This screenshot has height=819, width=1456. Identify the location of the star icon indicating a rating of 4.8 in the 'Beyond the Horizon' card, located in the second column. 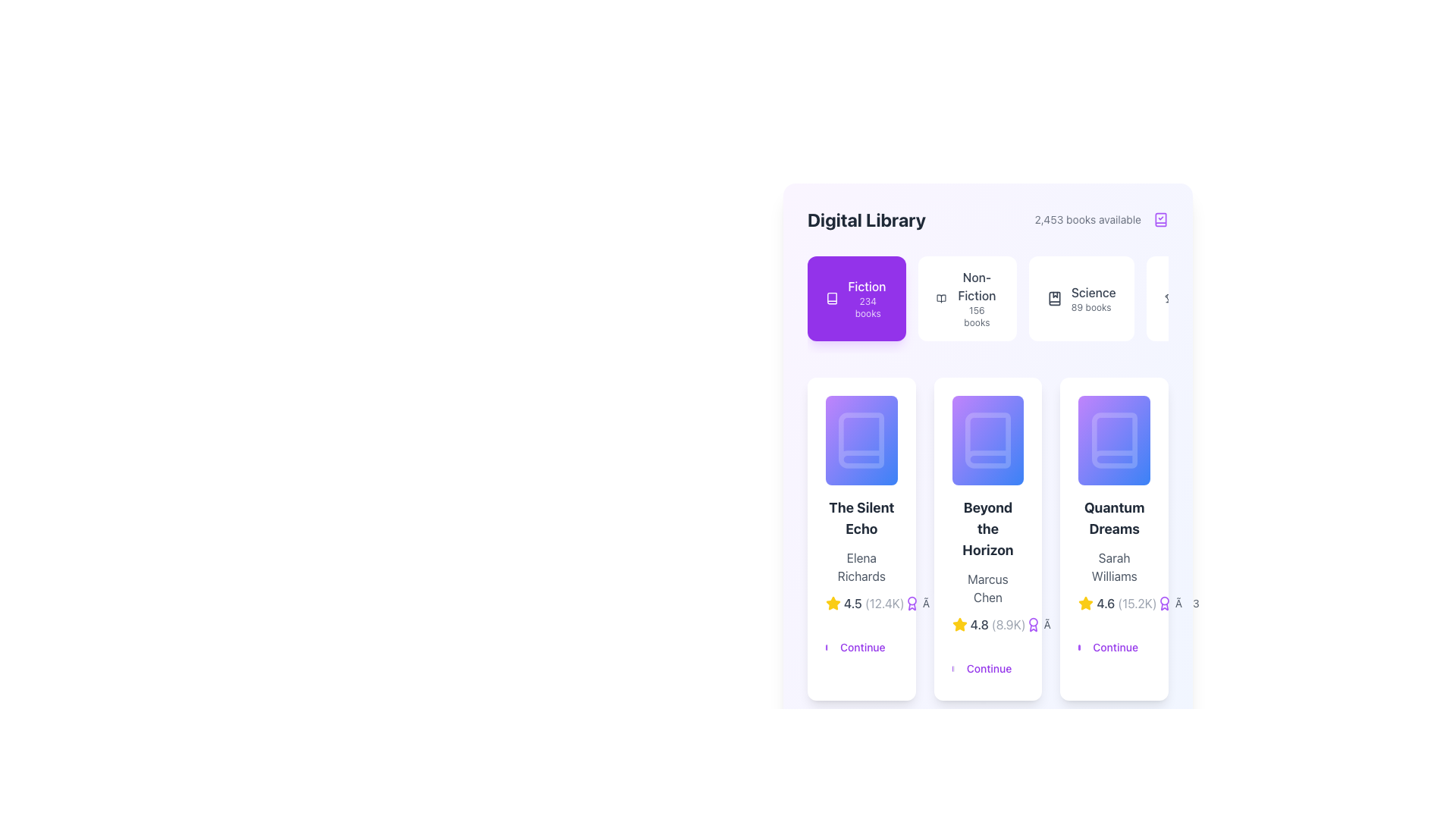
(959, 625).